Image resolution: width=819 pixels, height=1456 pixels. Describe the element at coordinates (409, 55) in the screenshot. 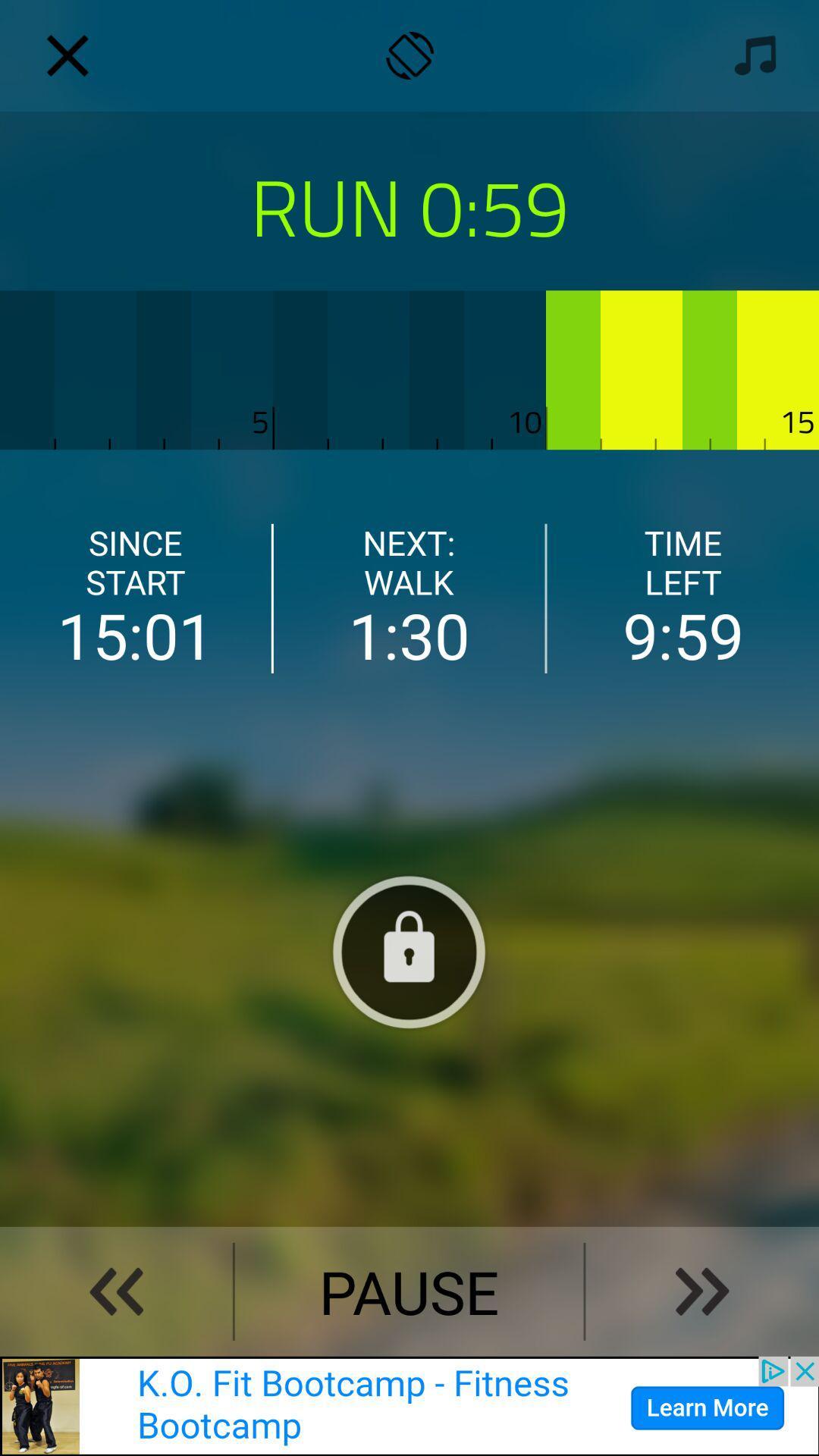

I see `rotate orintation` at that location.